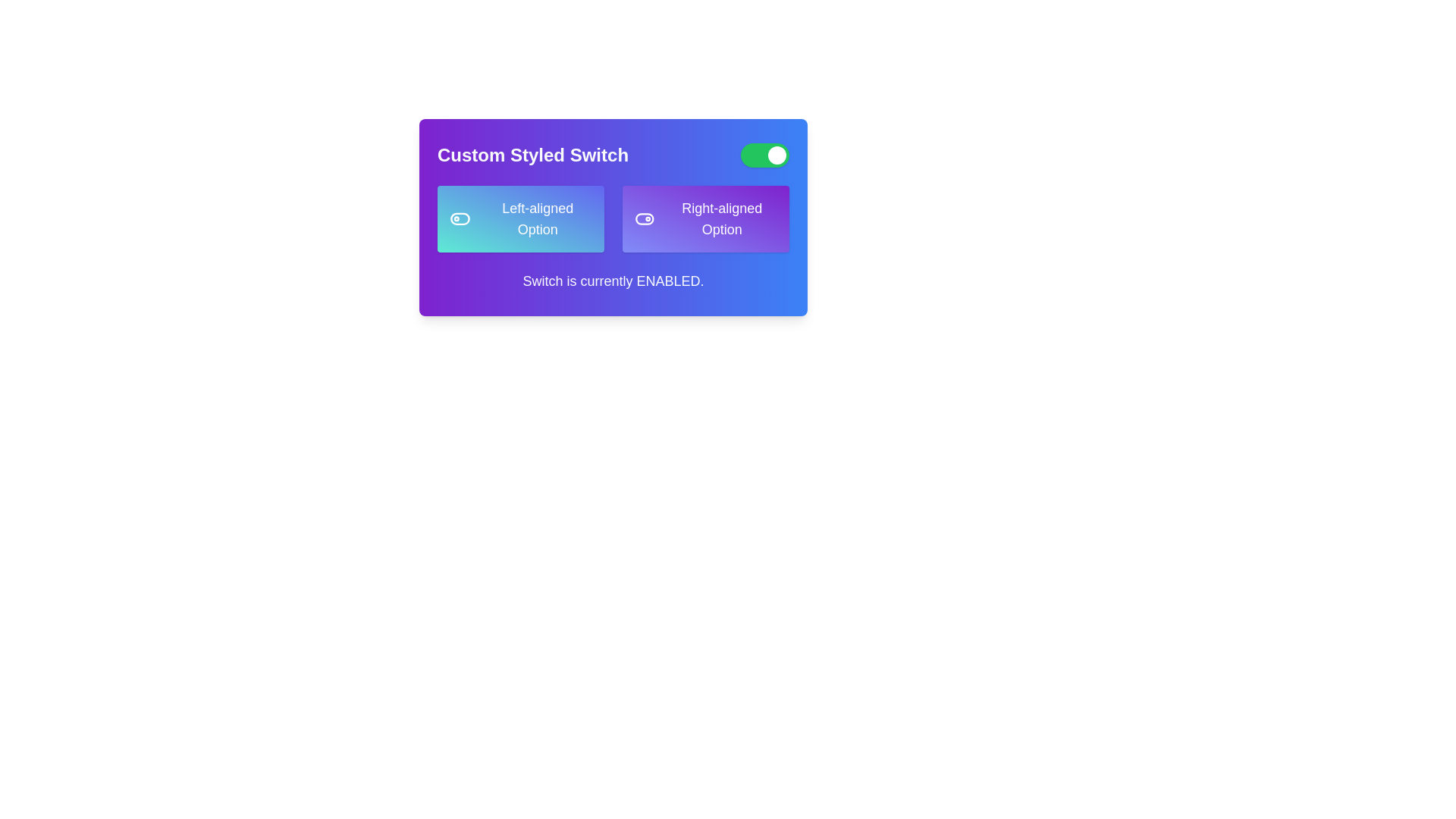  Describe the element at coordinates (460, 219) in the screenshot. I see `the toggle switch icon styled as a left-aligned option, which has a circular indicator on the left and is located beside the text 'Left-aligned Option'` at that location.